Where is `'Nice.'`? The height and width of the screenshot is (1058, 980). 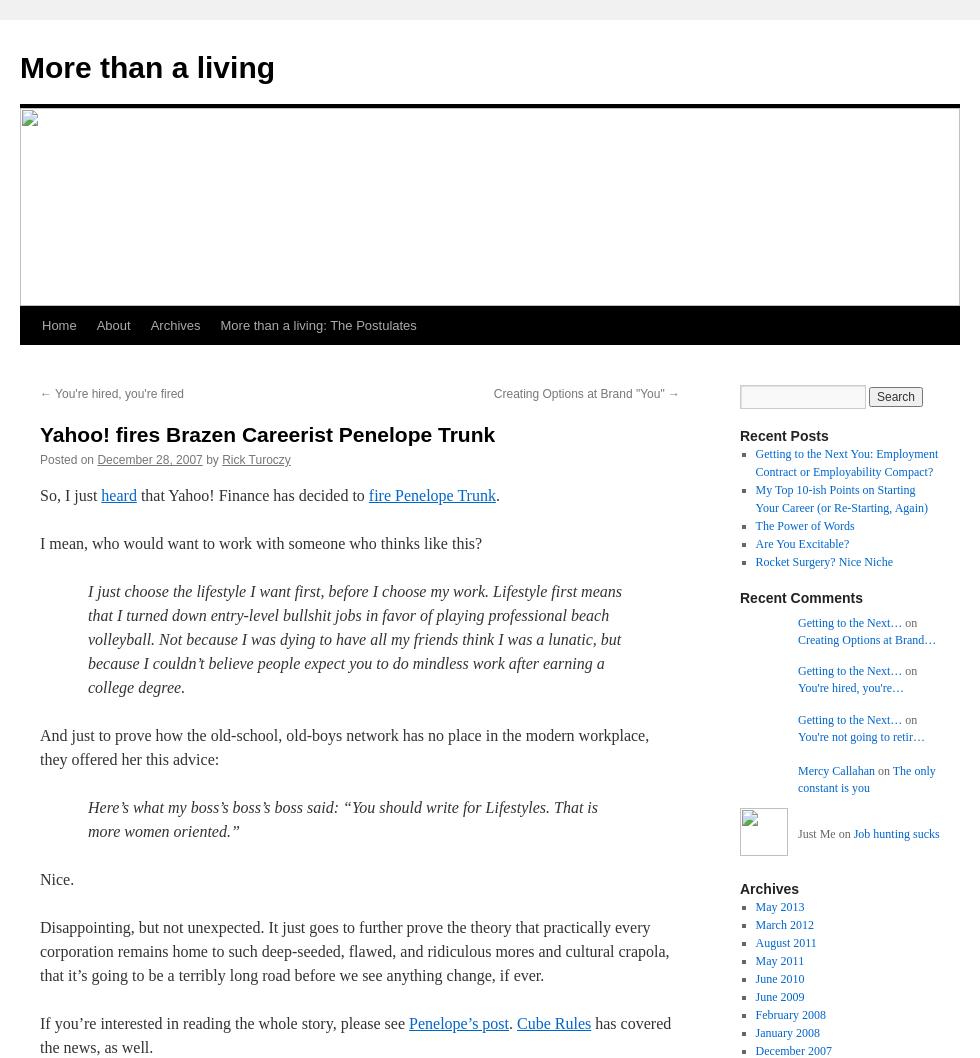 'Nice.' is located at coordinates (57, 878).